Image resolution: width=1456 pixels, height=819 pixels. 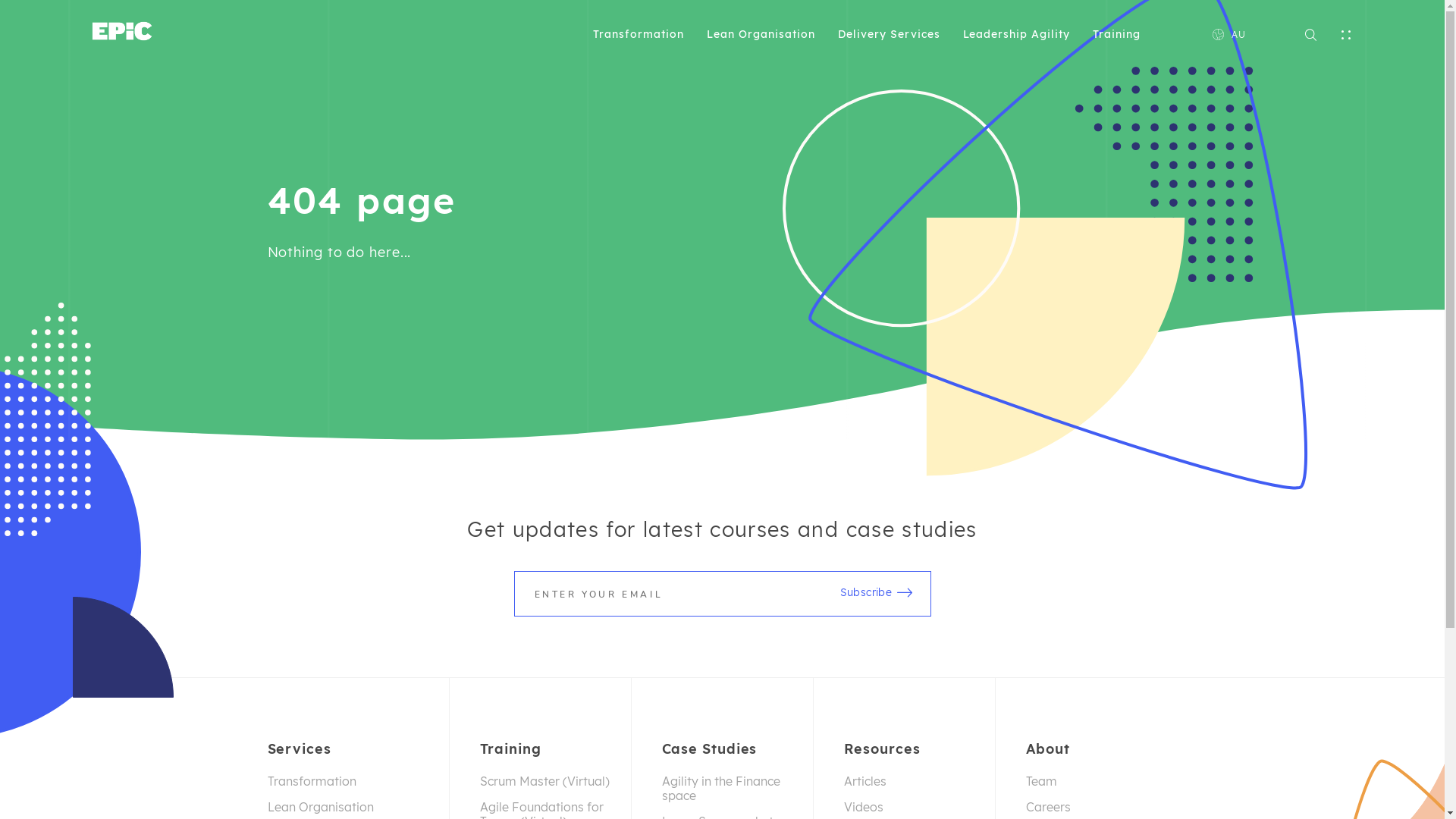 What do you see at coordinates (915, 806) in the screenshot?
I see `'Videos'` at bounding box center [915, 806].